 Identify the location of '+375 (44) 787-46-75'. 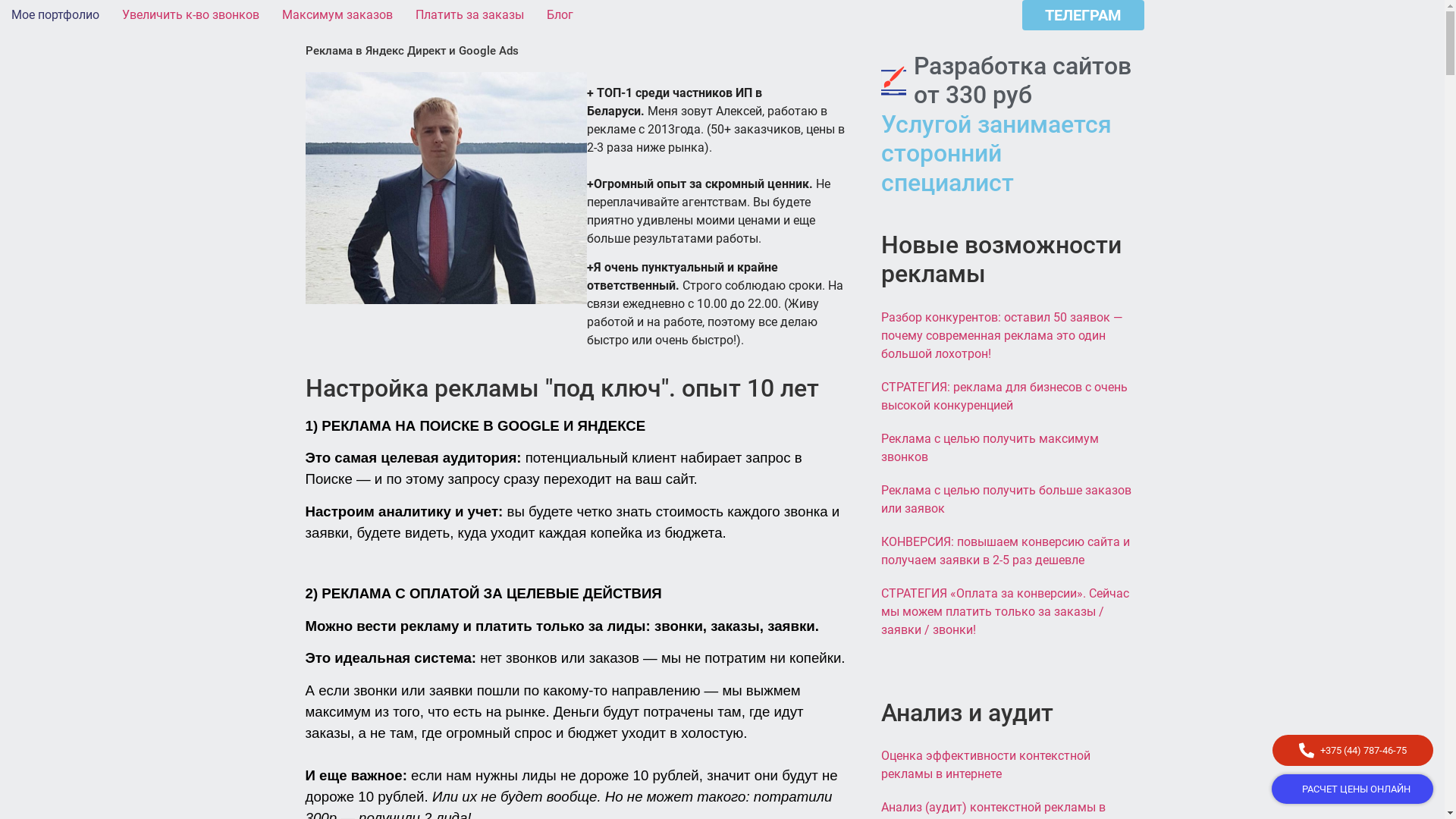
(1353, 749).